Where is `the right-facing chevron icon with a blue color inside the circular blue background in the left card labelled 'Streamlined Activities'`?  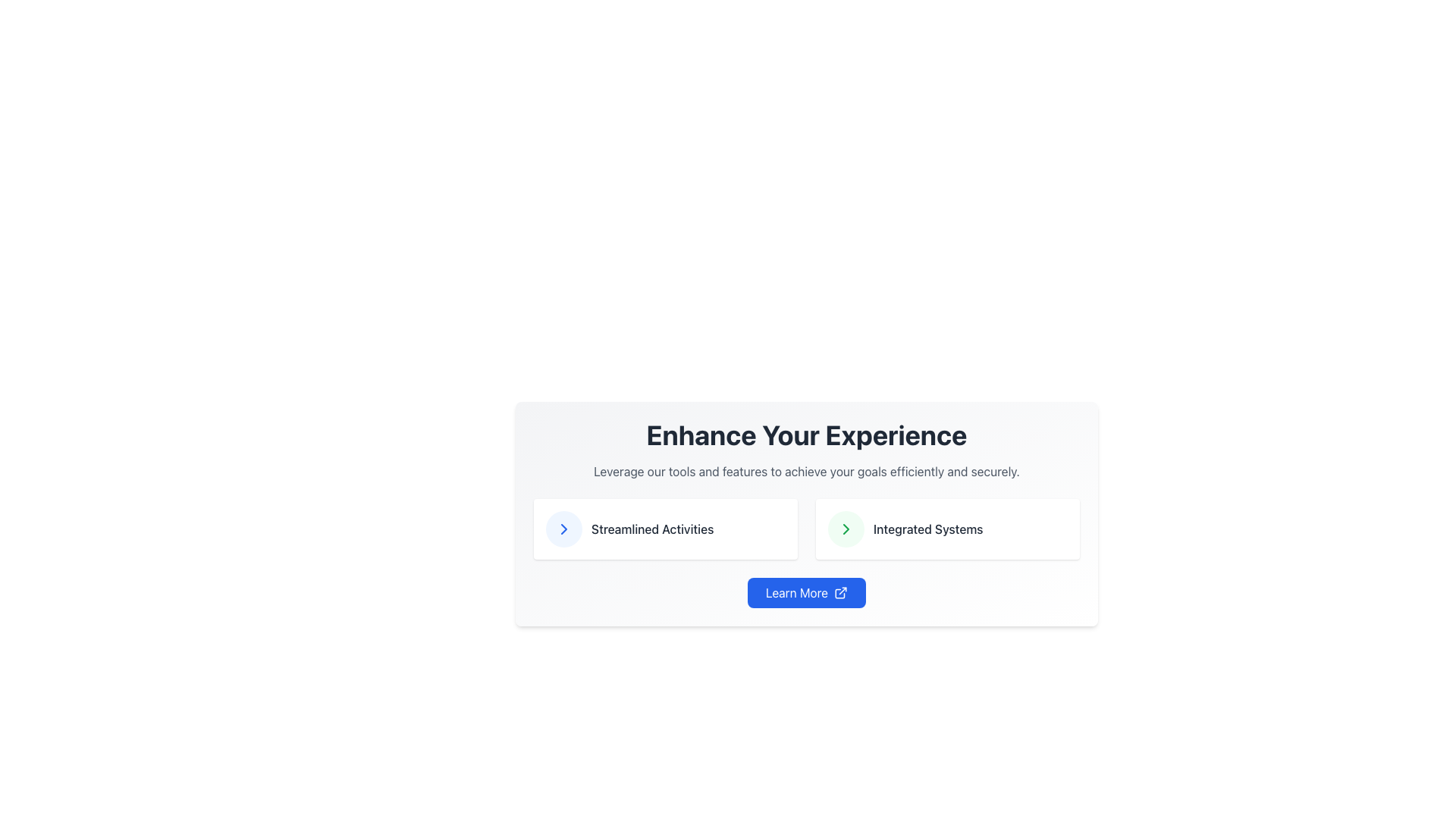 the right-facing chevron icon with a blue color inside the circular blue background in the left card labelled 'Streamlined Activities' is located at coordinates (563, 529).